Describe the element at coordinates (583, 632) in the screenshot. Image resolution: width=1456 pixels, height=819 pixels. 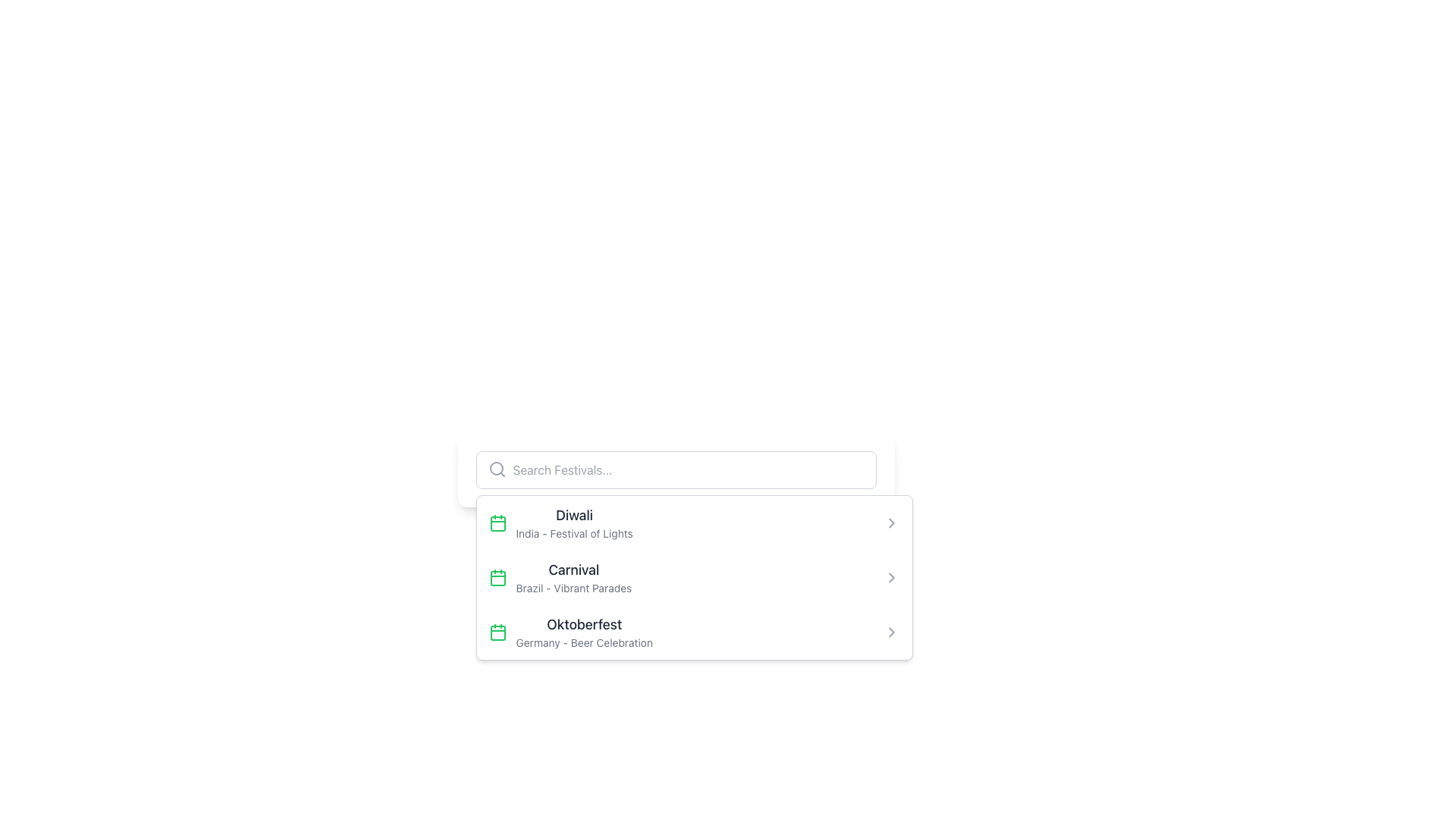
I see `the list item for 'Oktoberfest - Germany - Beer Celebration' located in the third row of the vertical list within the pop-up menu` at that location.